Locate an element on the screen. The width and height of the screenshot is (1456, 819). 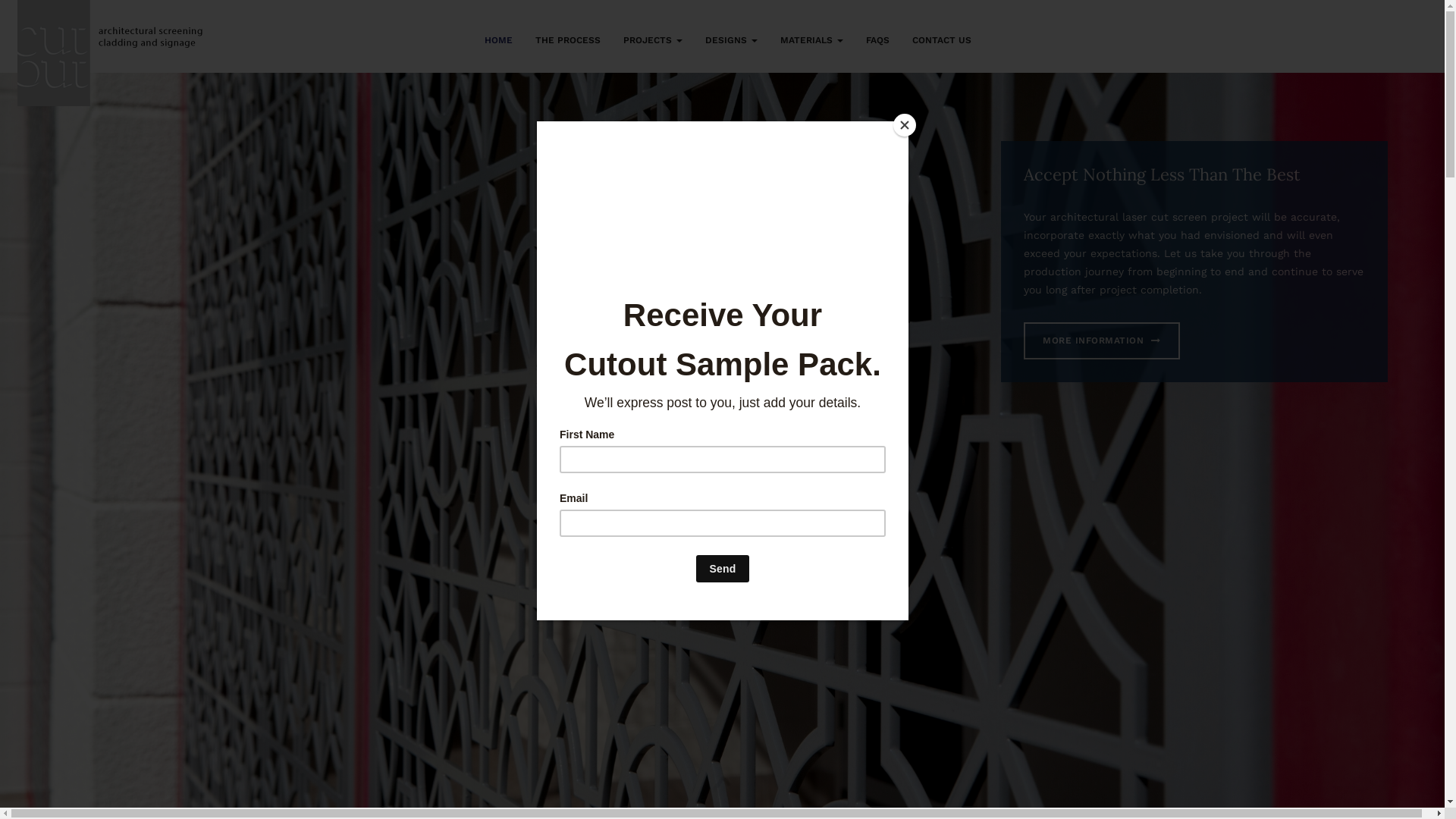
'FAQS' is located at coordinates (877, 37).